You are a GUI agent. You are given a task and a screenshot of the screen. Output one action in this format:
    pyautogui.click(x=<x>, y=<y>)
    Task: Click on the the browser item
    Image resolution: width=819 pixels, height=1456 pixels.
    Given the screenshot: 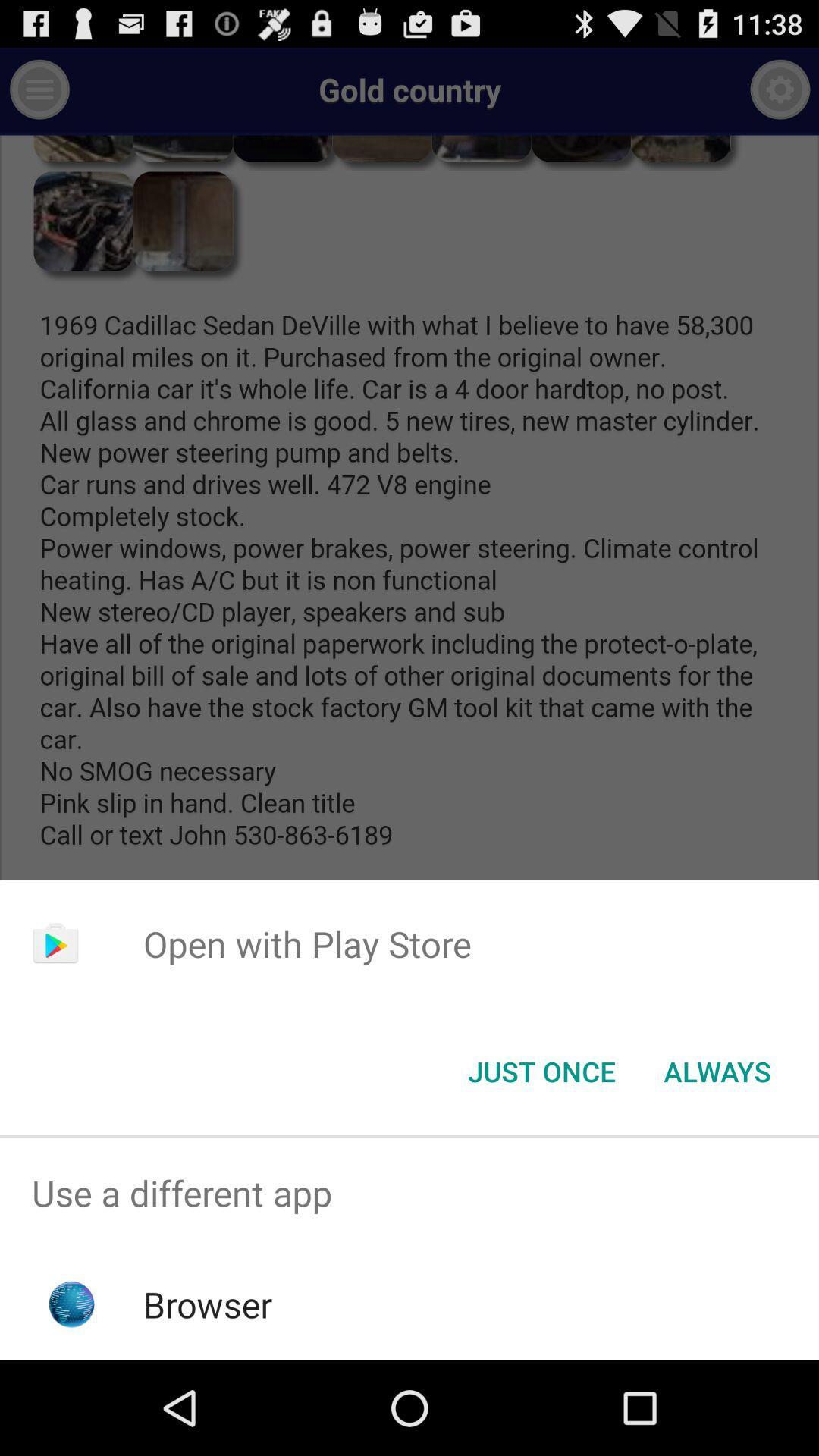 What is the action you would take?
    pyautogui.click(x=208, y=1304)
    